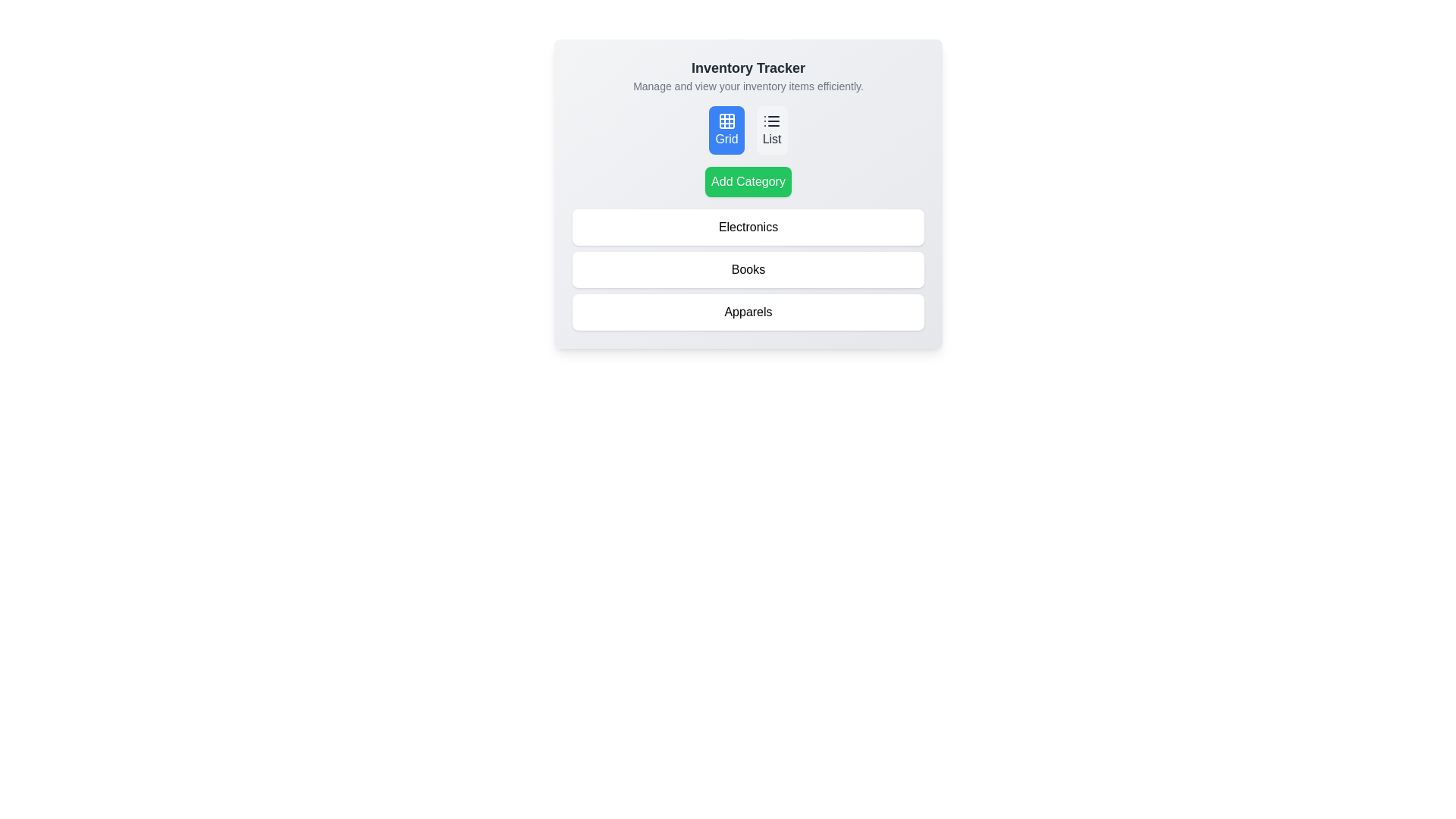  Describe the element at coordinates (748, 268) in the screenshot. I see `the 'Books' button, which is a rectangular button with rounded corners, a white background, and bold black text centered inside it, located beneath the 'Electronics' button` at that location.